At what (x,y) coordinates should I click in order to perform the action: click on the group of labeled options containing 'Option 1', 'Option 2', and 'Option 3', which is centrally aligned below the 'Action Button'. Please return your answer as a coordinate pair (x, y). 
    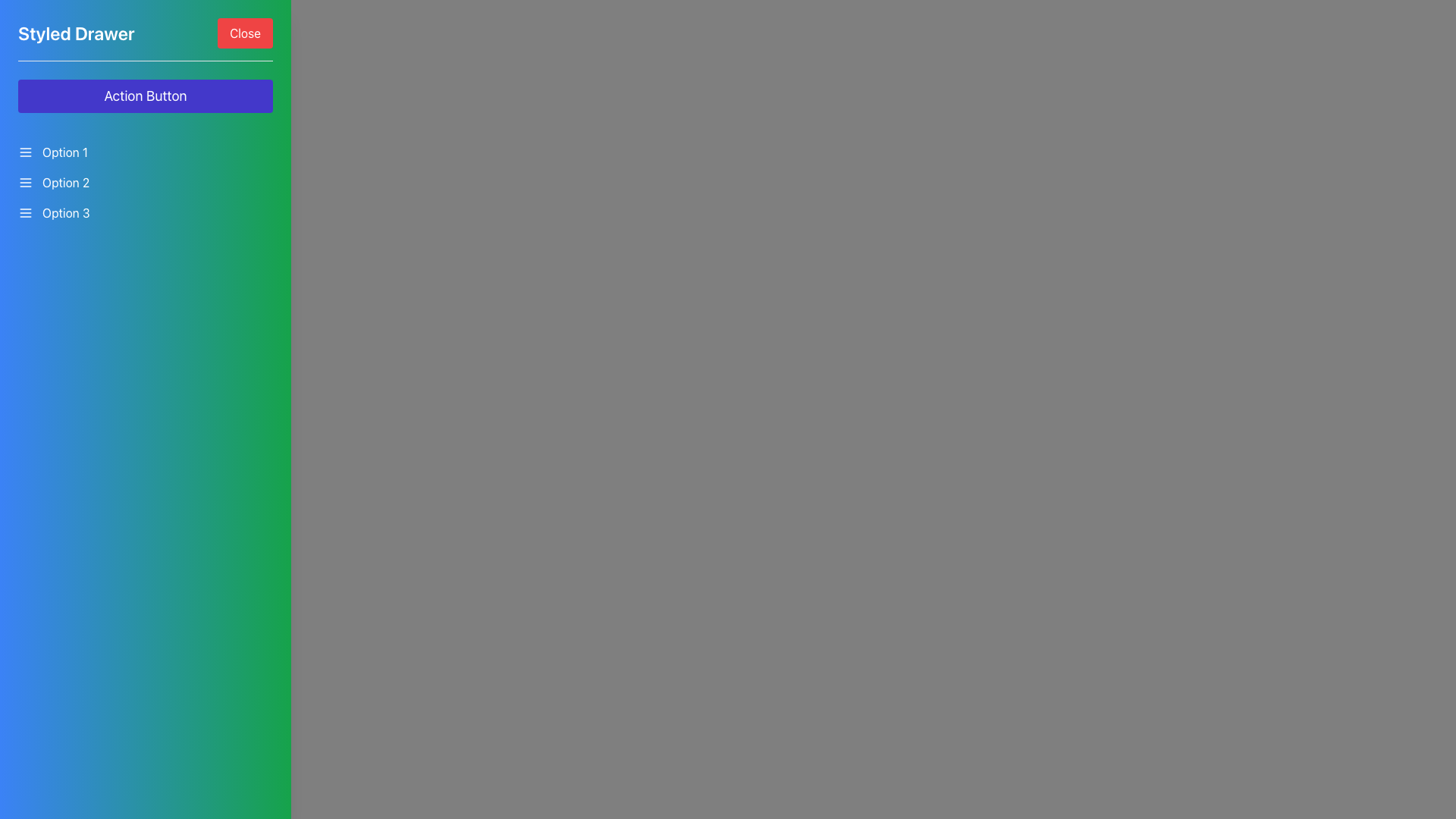
    Looking at the image, I should click on (146, 181).